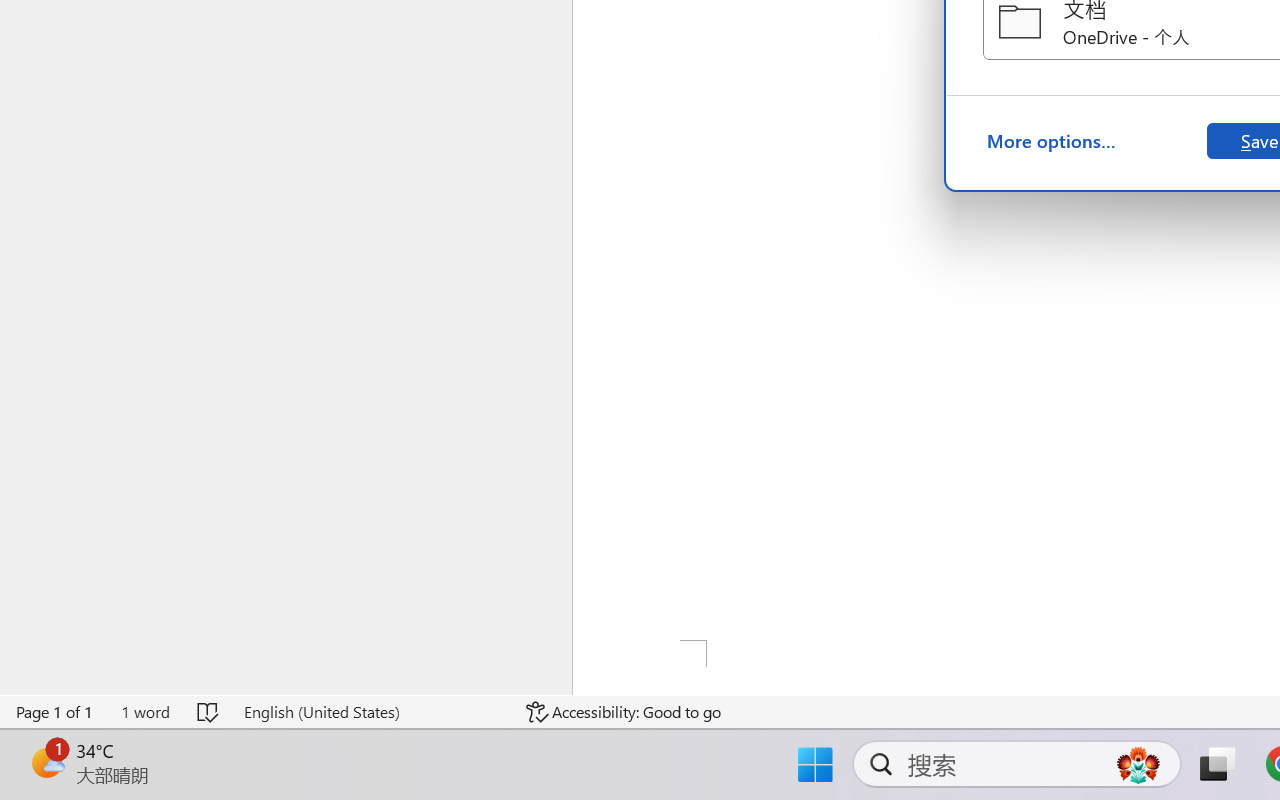  Describe the element at coordinates (623, 711) in the screenshot. I see `'Accessibility Checker Accessibility: Good to go'` at that location.